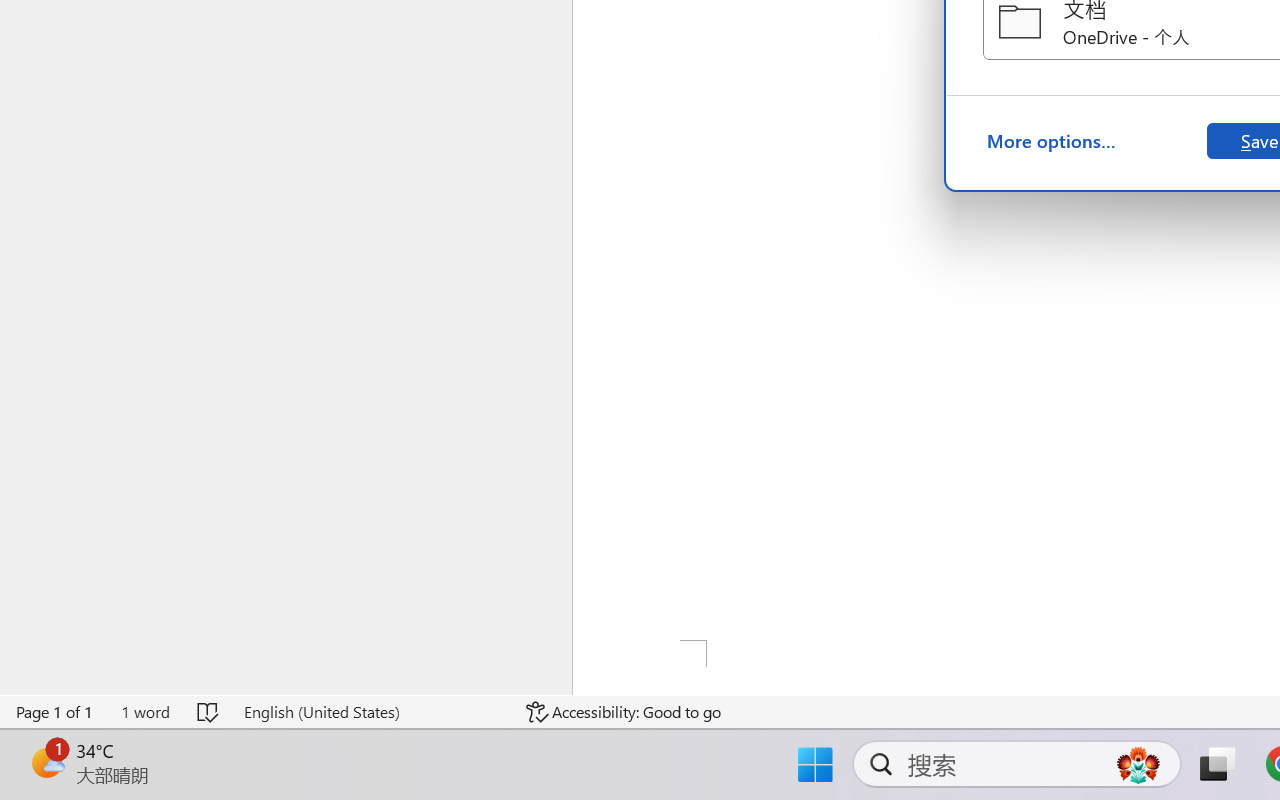  Describe the element at coordinates (623, 711) in the screenshot. I see `'Accessibility Checker Accessibility: Good to go'` at that location.